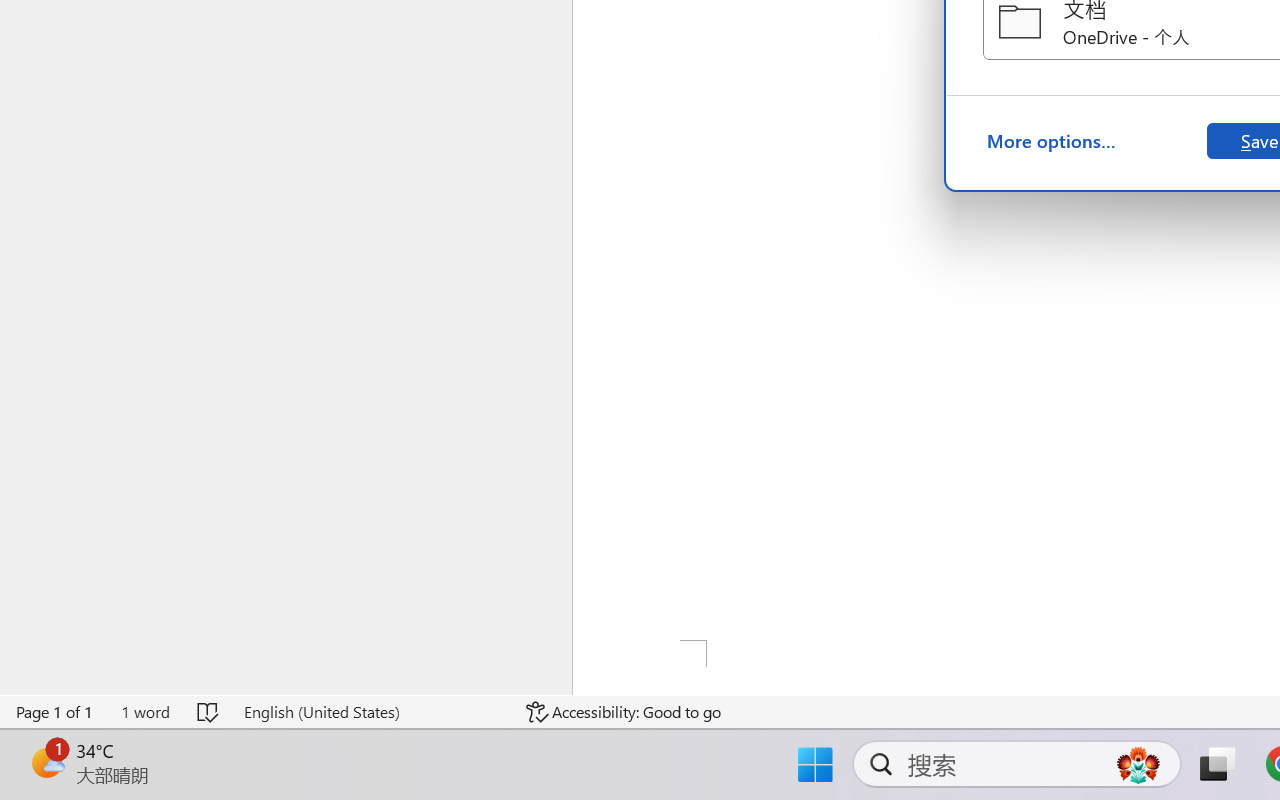  Describe the element at coordinates (623, 711) in the screenshot. I see `'Accessibility Checker Accessibility: Good to go'` at that location.